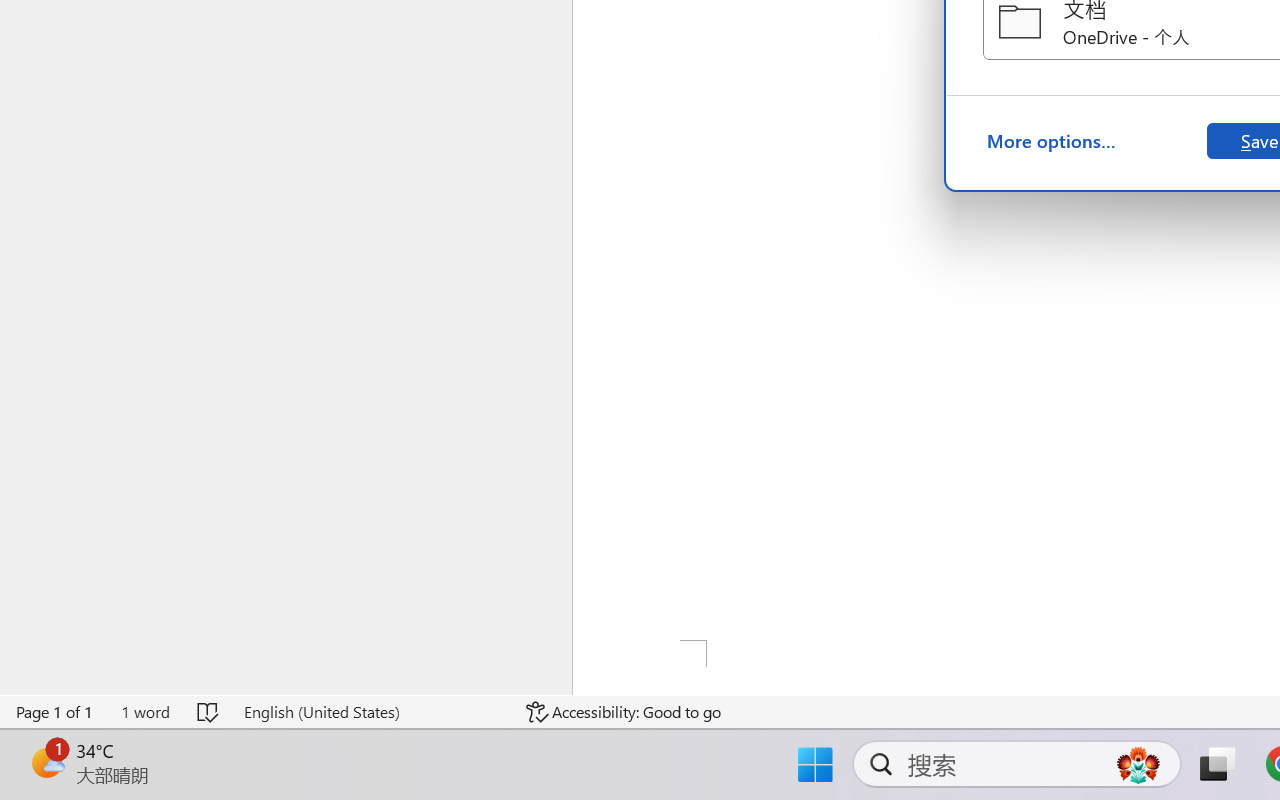  Describe the element at coordinates (623, 711) in the screenshot. I see `'Accessibility Checker Accessibility: Good to go'` at that location.